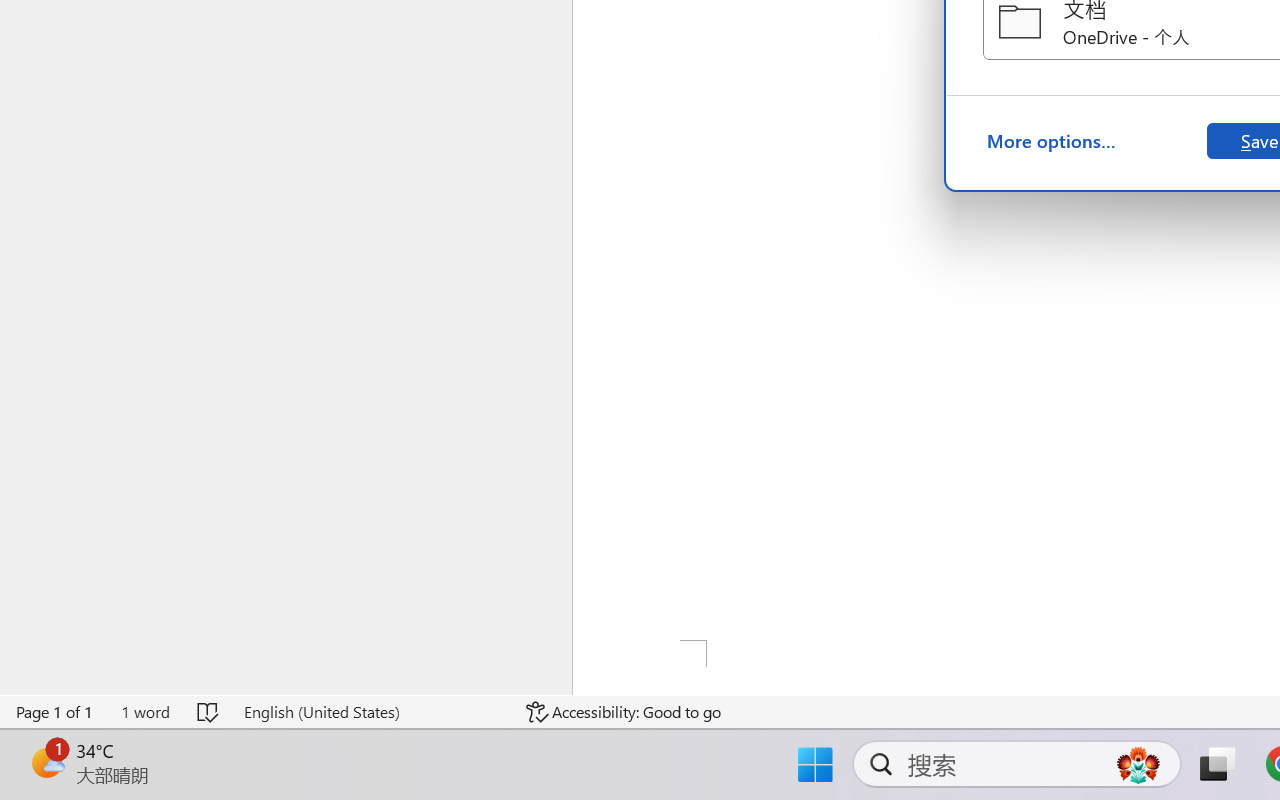  Describe the element at coordinates (623, 711) in the screenshot. I see `'Accessibility Checker Accessibility: Good to go'` at that location.